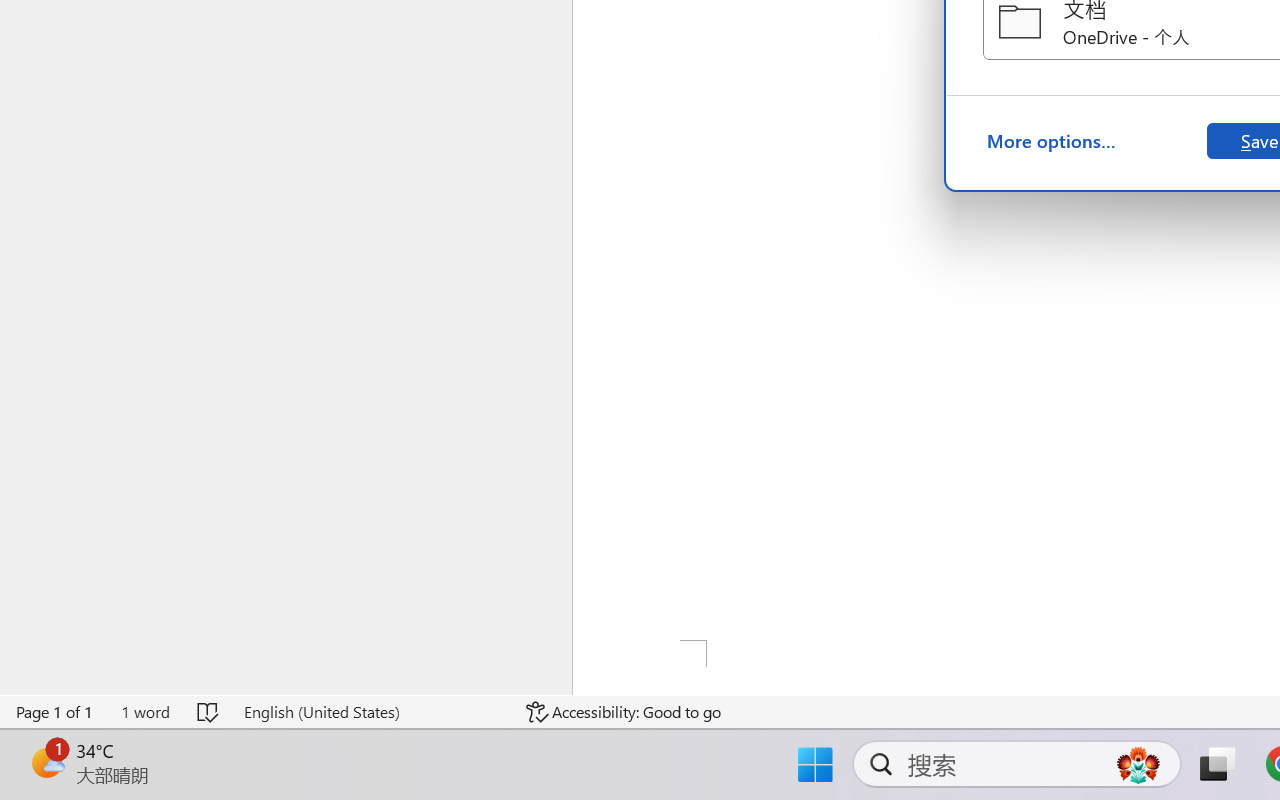  Describe the element at coordinates (623, 711) in the screenshot. I see `'Accessibility Checker Accessibility: Good to go'` at that location.